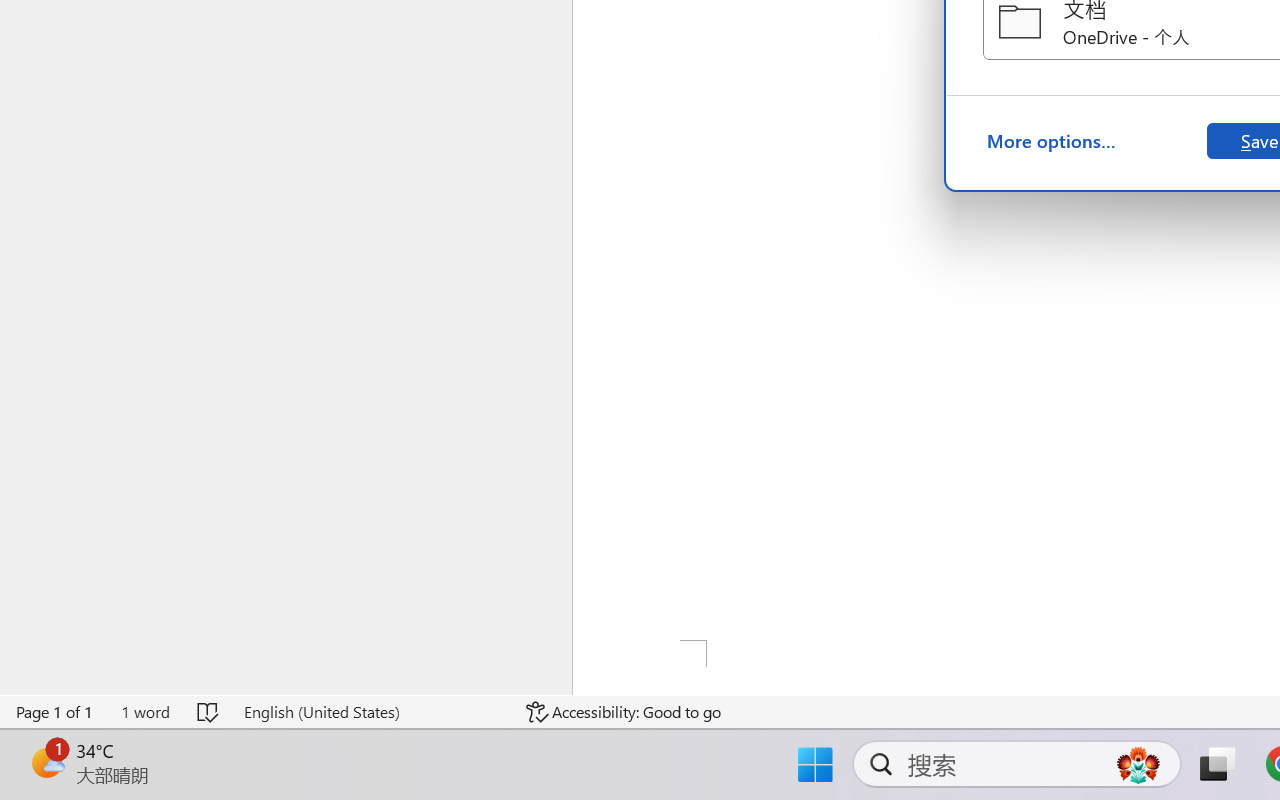  Describe the element at coordinates (623, 711) in the screenshot. I see `'Accessibility Checker Accessibility: Good to go'` at that location.